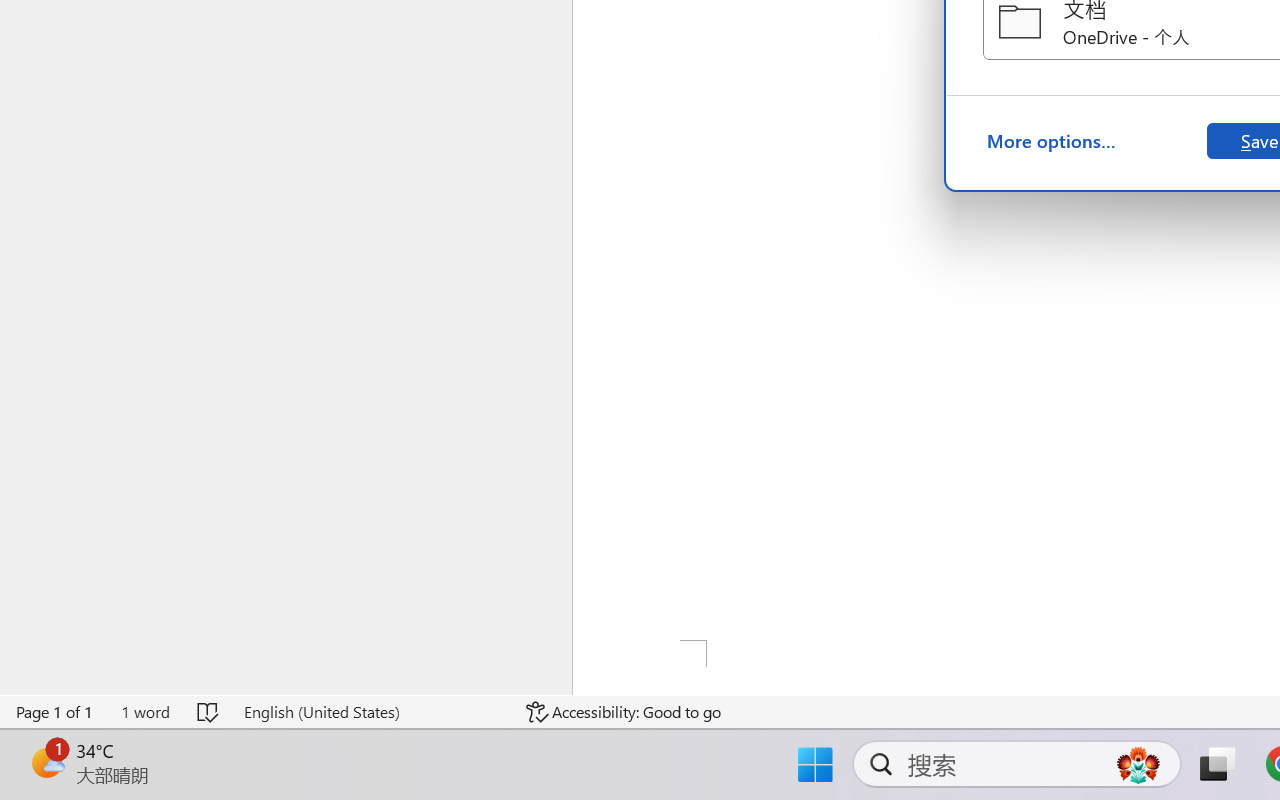  Describe the element at coordinates (623, 711) in the screenshot. I see `'Accessibility Checker Accessibility: Good to go'` at that location.